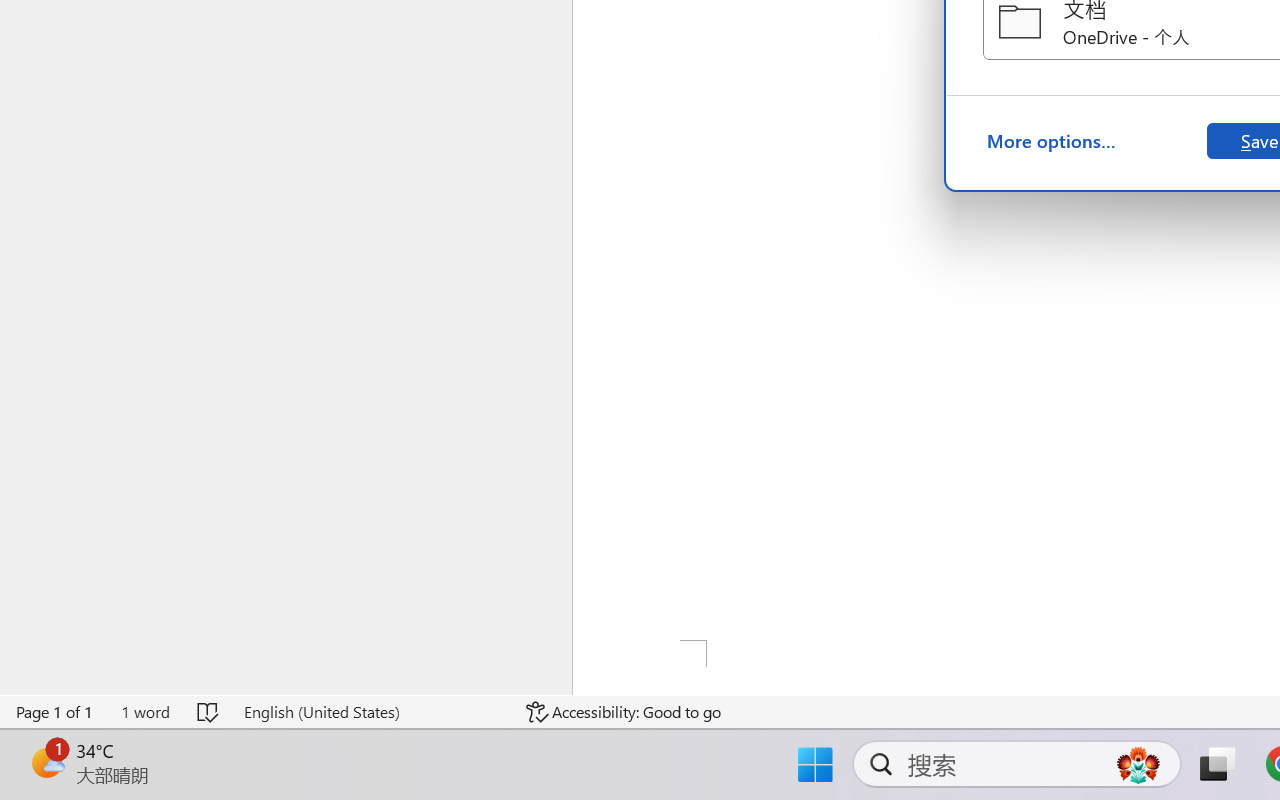  Describe the element at coordinates (623, 711) in the screenshot. I see `'Accessibility Checker Accessibility: Good to go'` at that location.